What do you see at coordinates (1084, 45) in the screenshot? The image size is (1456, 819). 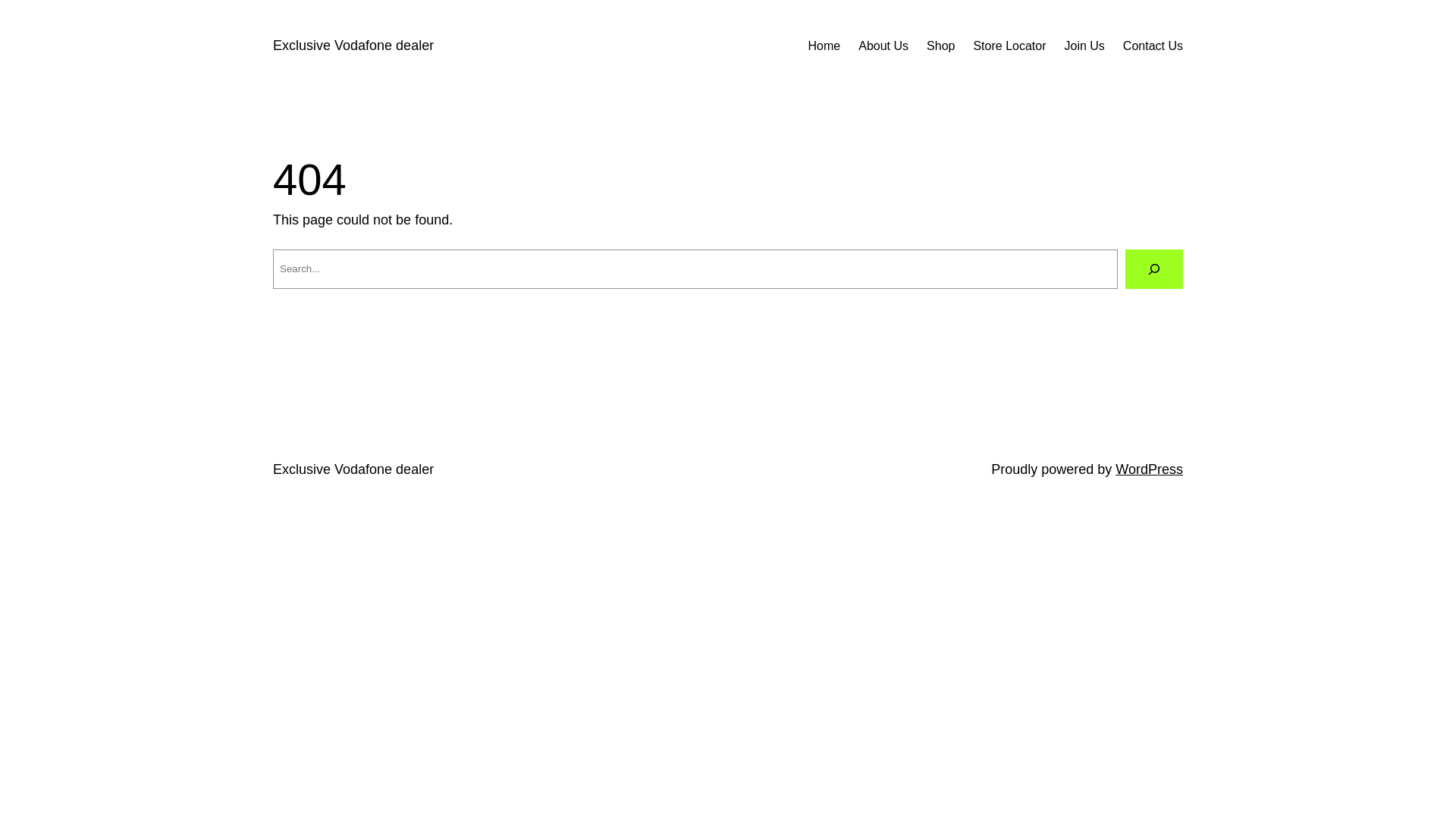 I see `'Join Us'` at bounding box center [1084, 45].